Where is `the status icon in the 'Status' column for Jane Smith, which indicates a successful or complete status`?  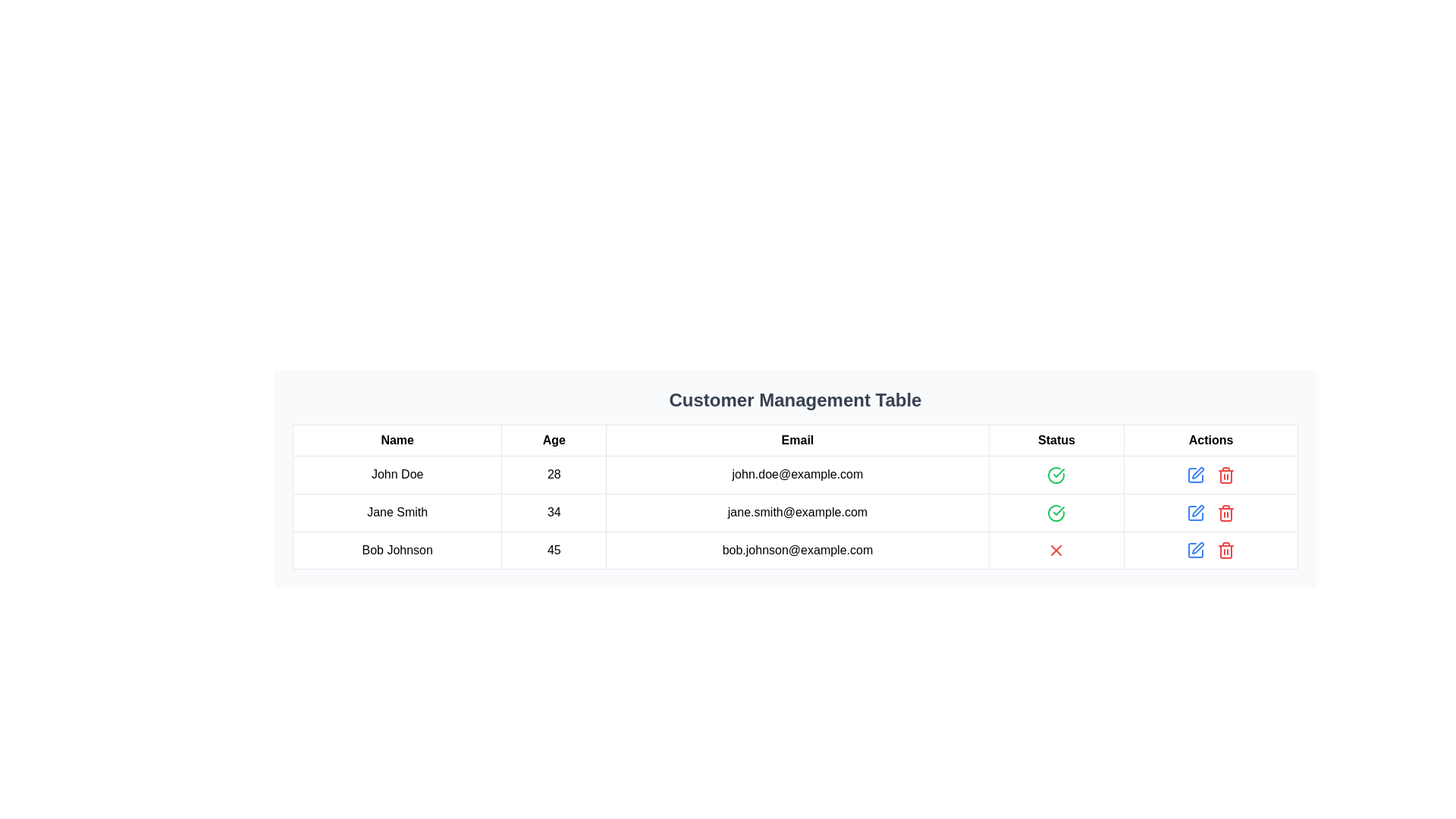 the status icon in the 'Status' column for Jane Smith, which indicates a successful or complete status is located at coordinates (1056, 512).